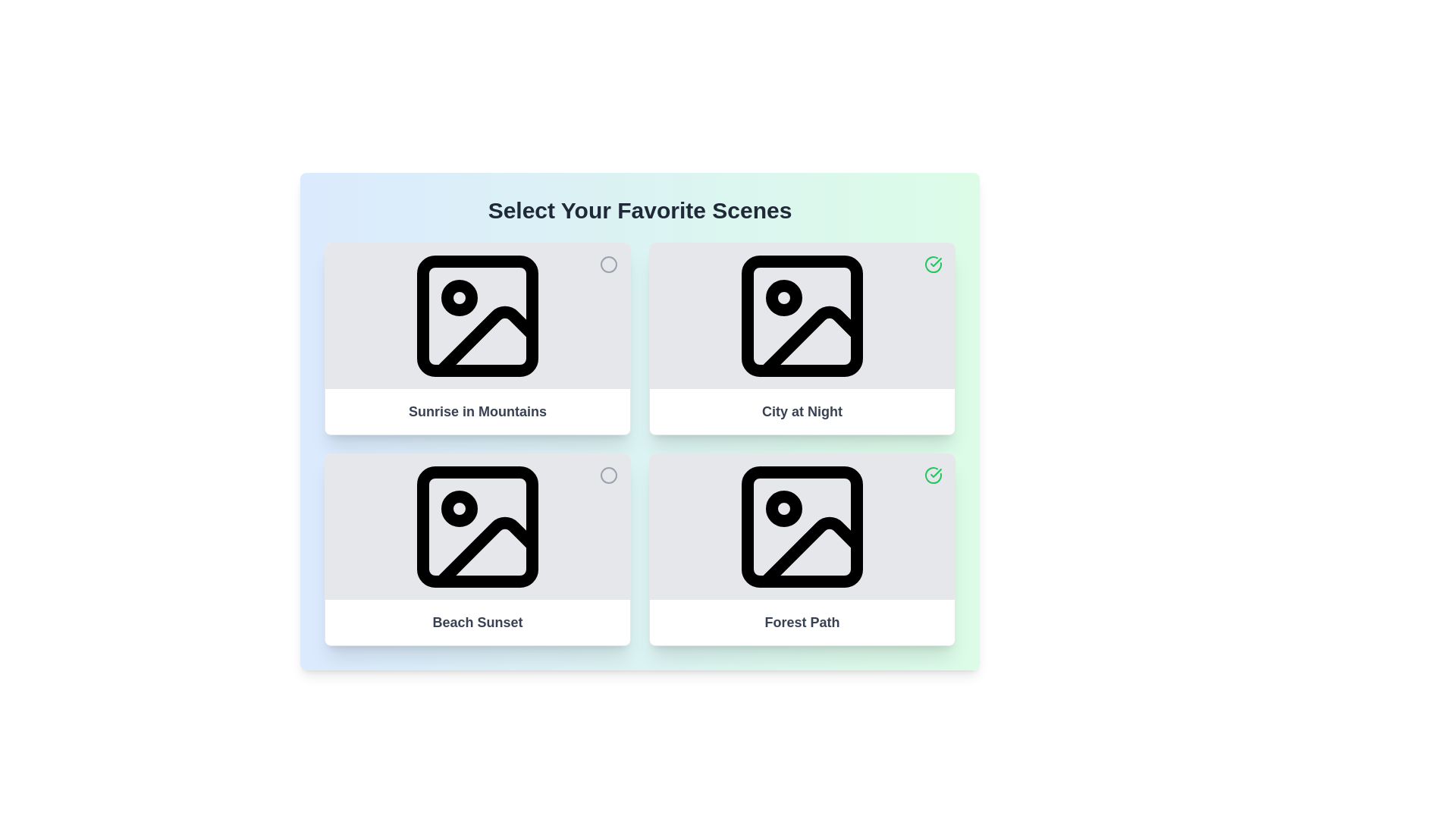  Describe the element at coordinates (932, 475) in the screenshot. I see `the media item Forest Path` at that location.